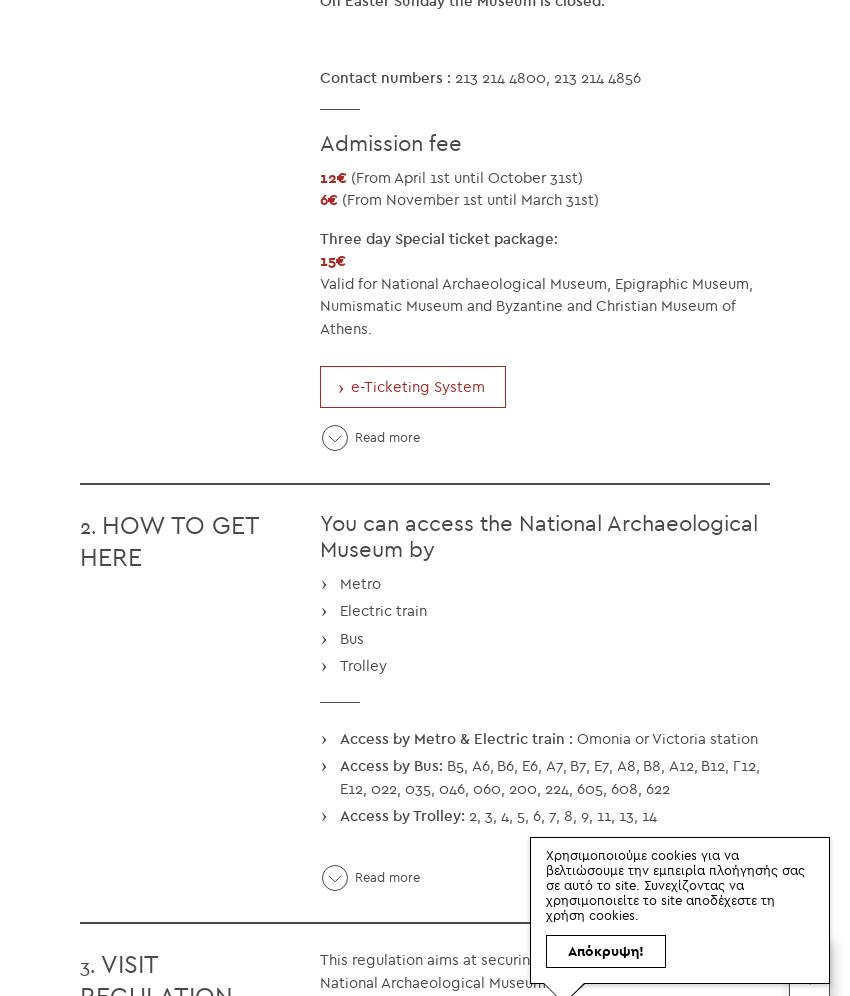  Describe the element at coordinates (328, 176) in the screenshot. I see `'12'` at that location.